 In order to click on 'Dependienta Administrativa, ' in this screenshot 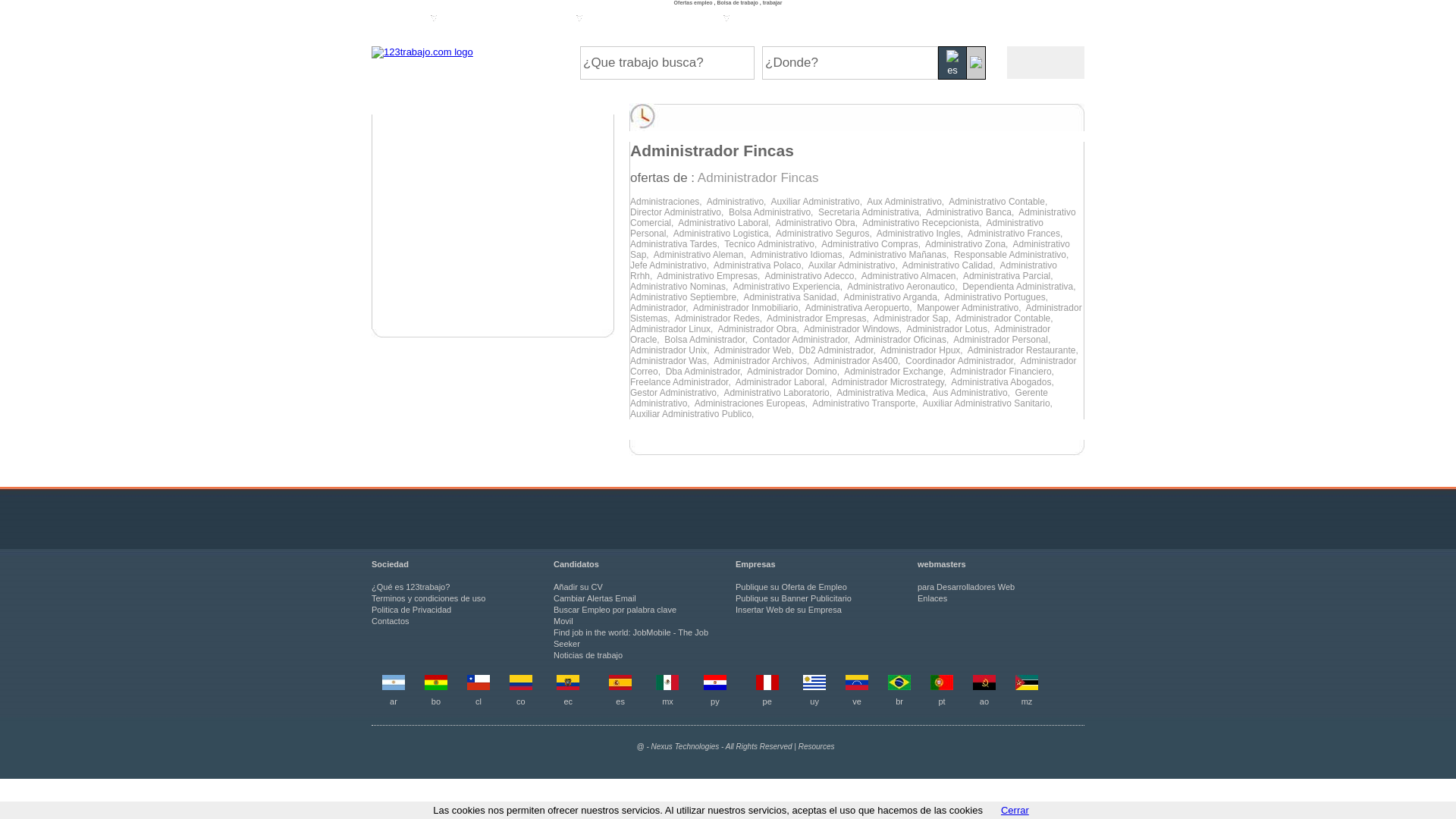, I will do `click(1020, 287)`.